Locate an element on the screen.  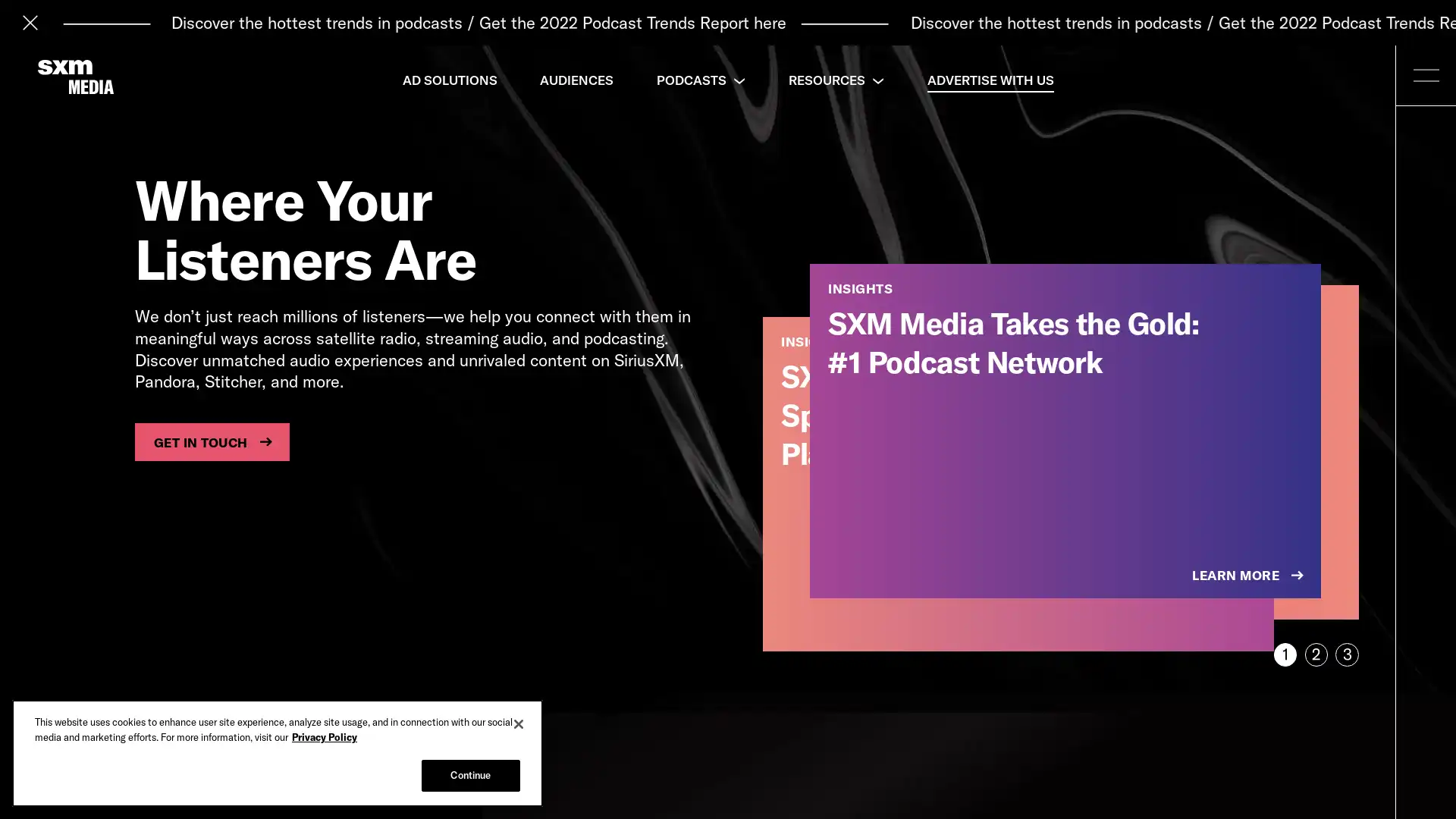
3 is located at coordinates (1347, 654).